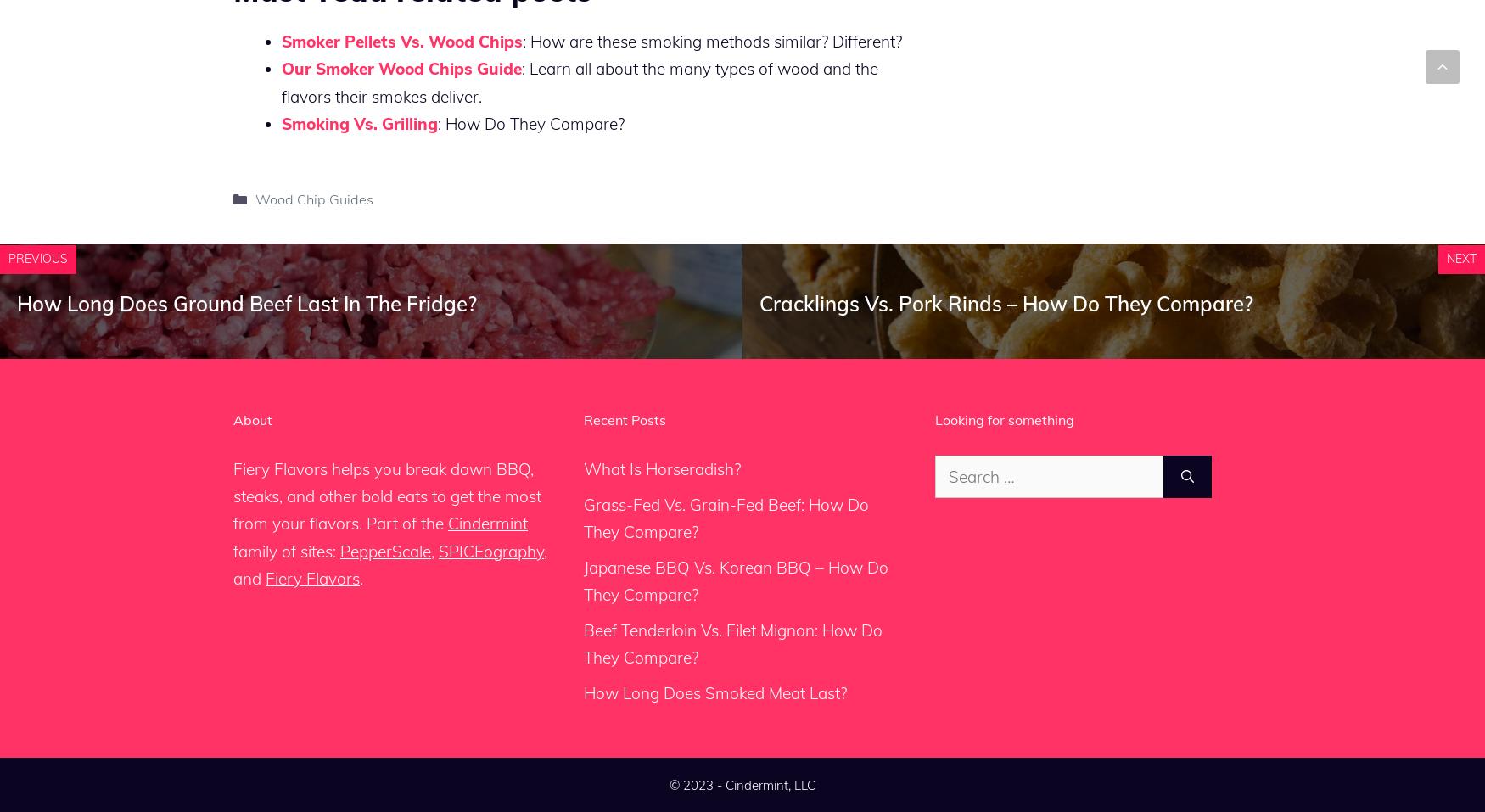 Image resolution: width=1485 pixels, height=812 pixels. What do you see at coordinates (582, 580) in the screenshot?
I see `'Japanese BBQ Vs. Korean BBQ – How Do They Compare?'` at bounding box center [582, 580].